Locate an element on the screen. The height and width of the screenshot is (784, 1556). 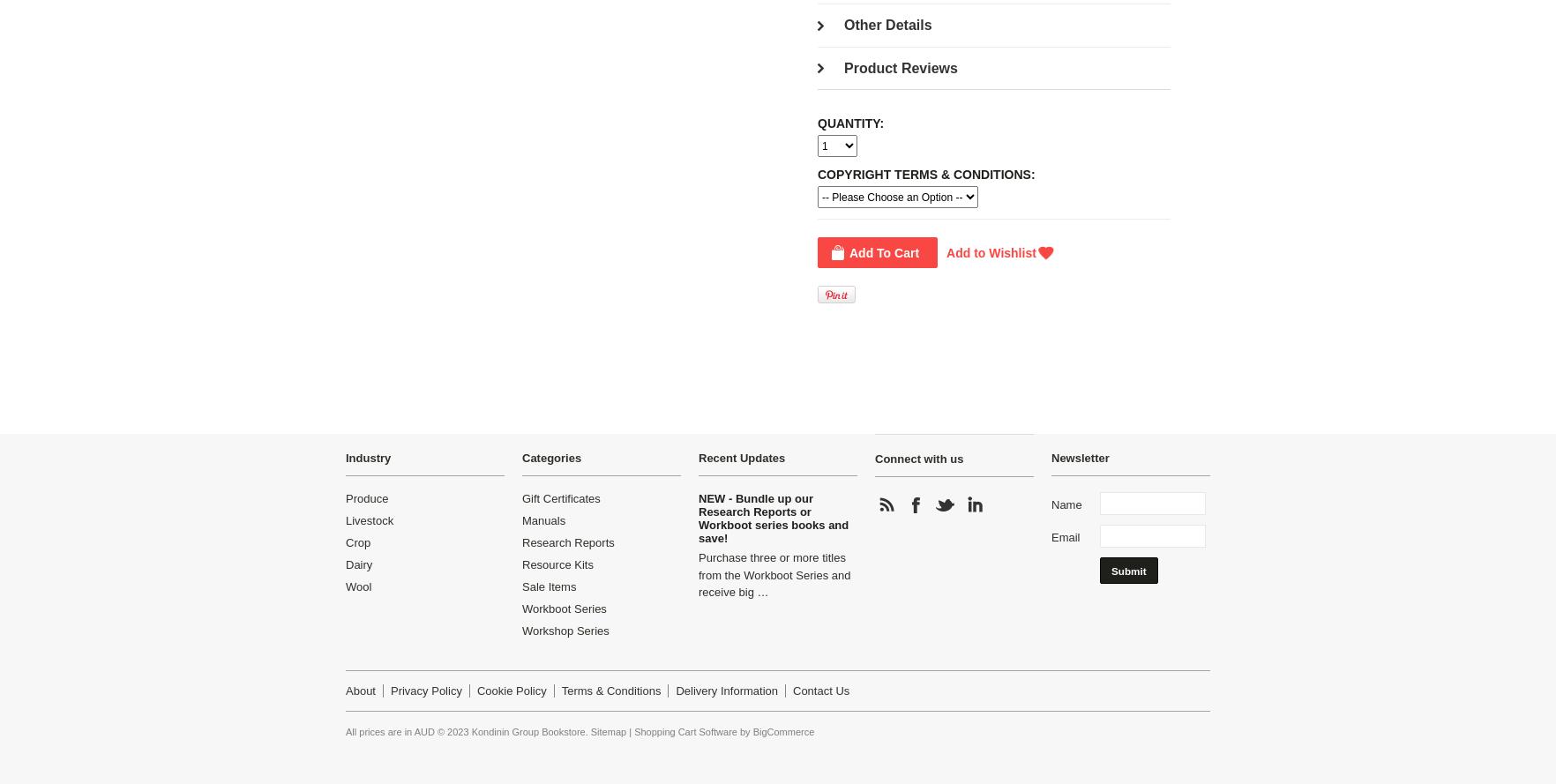
'Copyright Terms & Conditions:' is located at coordinates (817, 173).